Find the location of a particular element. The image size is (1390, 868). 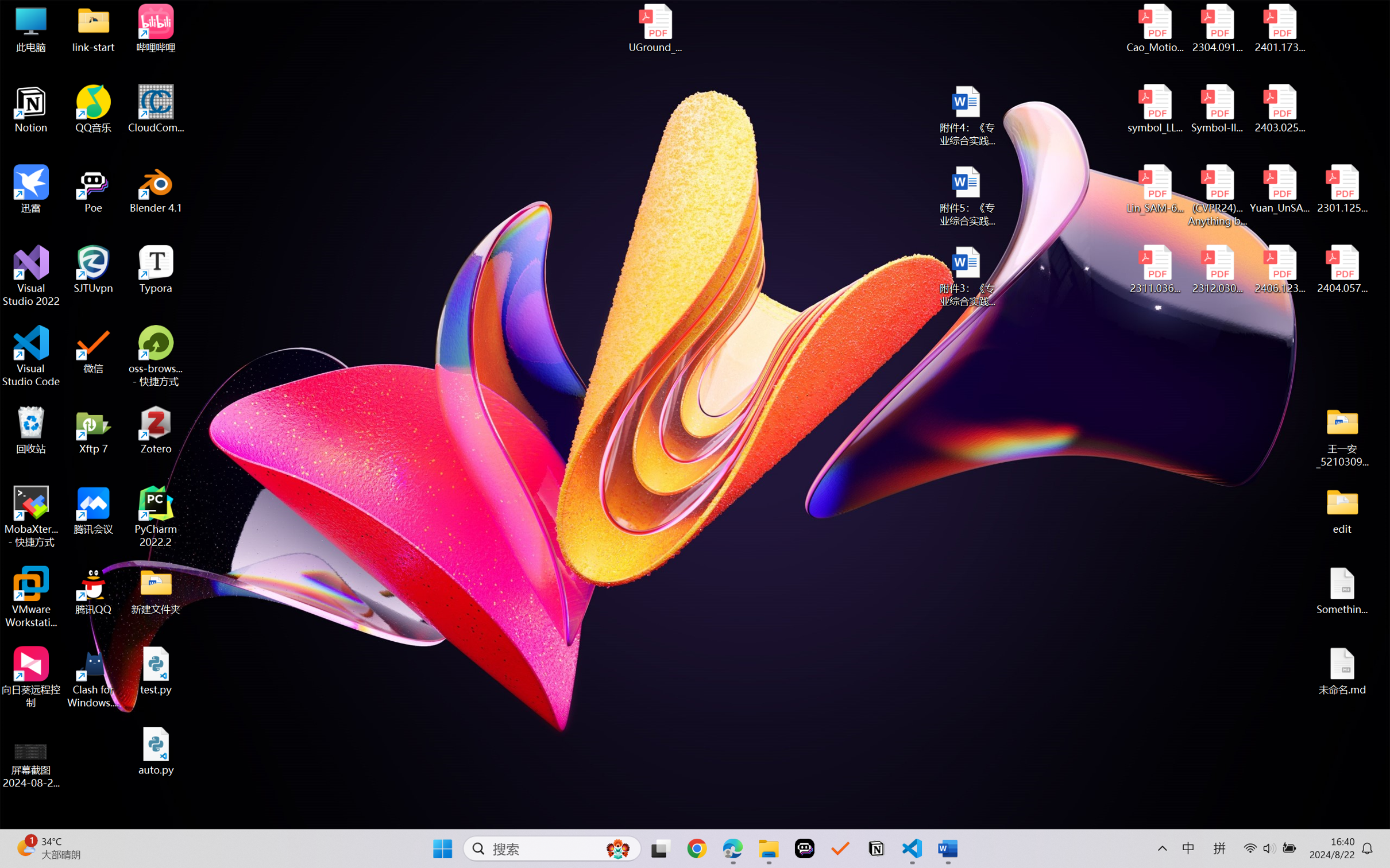

'UGround_paper.pdf' is located at coordinates (655, 28).